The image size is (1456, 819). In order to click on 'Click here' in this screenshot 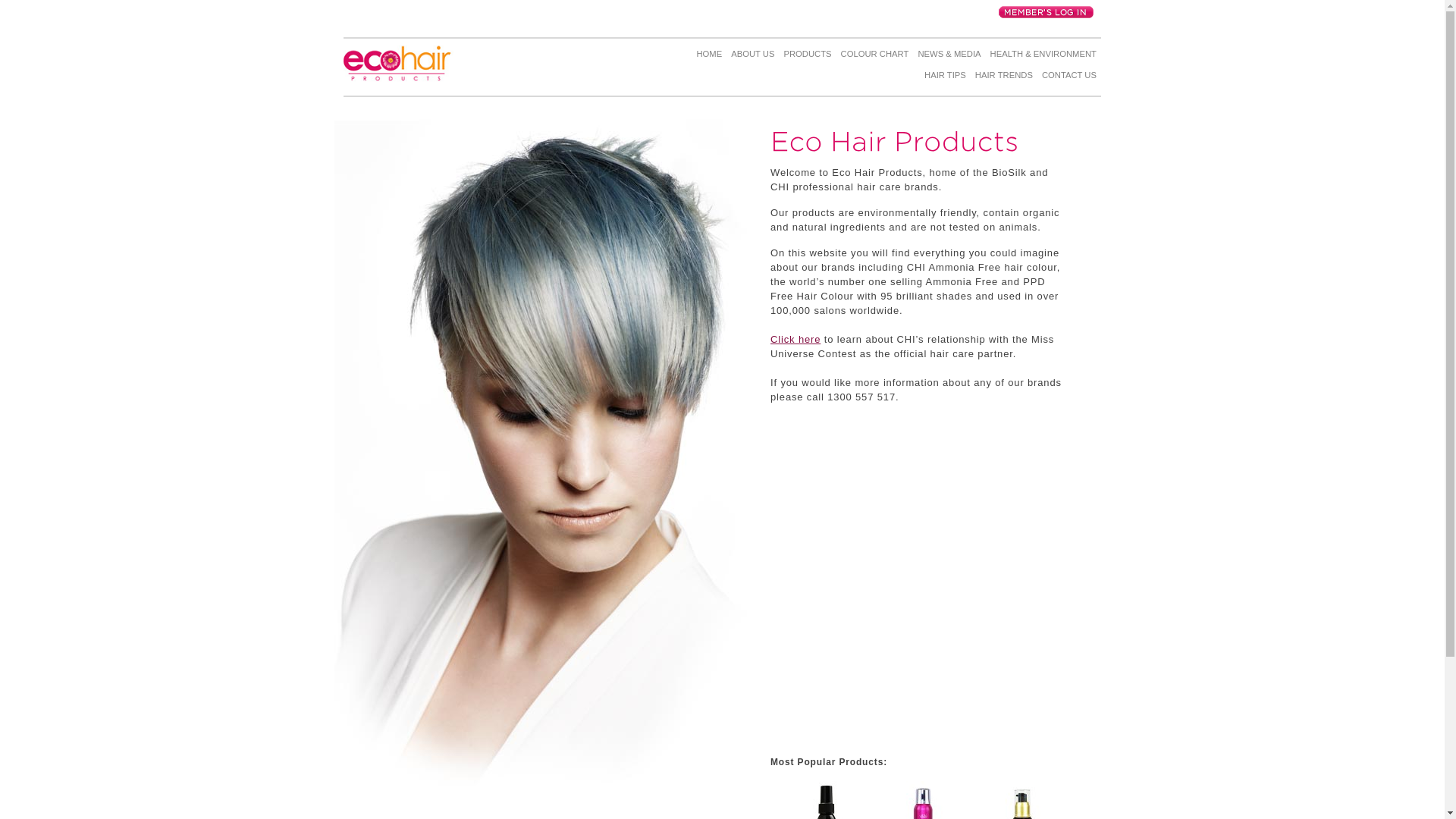, I will do `click(770, 338)`.